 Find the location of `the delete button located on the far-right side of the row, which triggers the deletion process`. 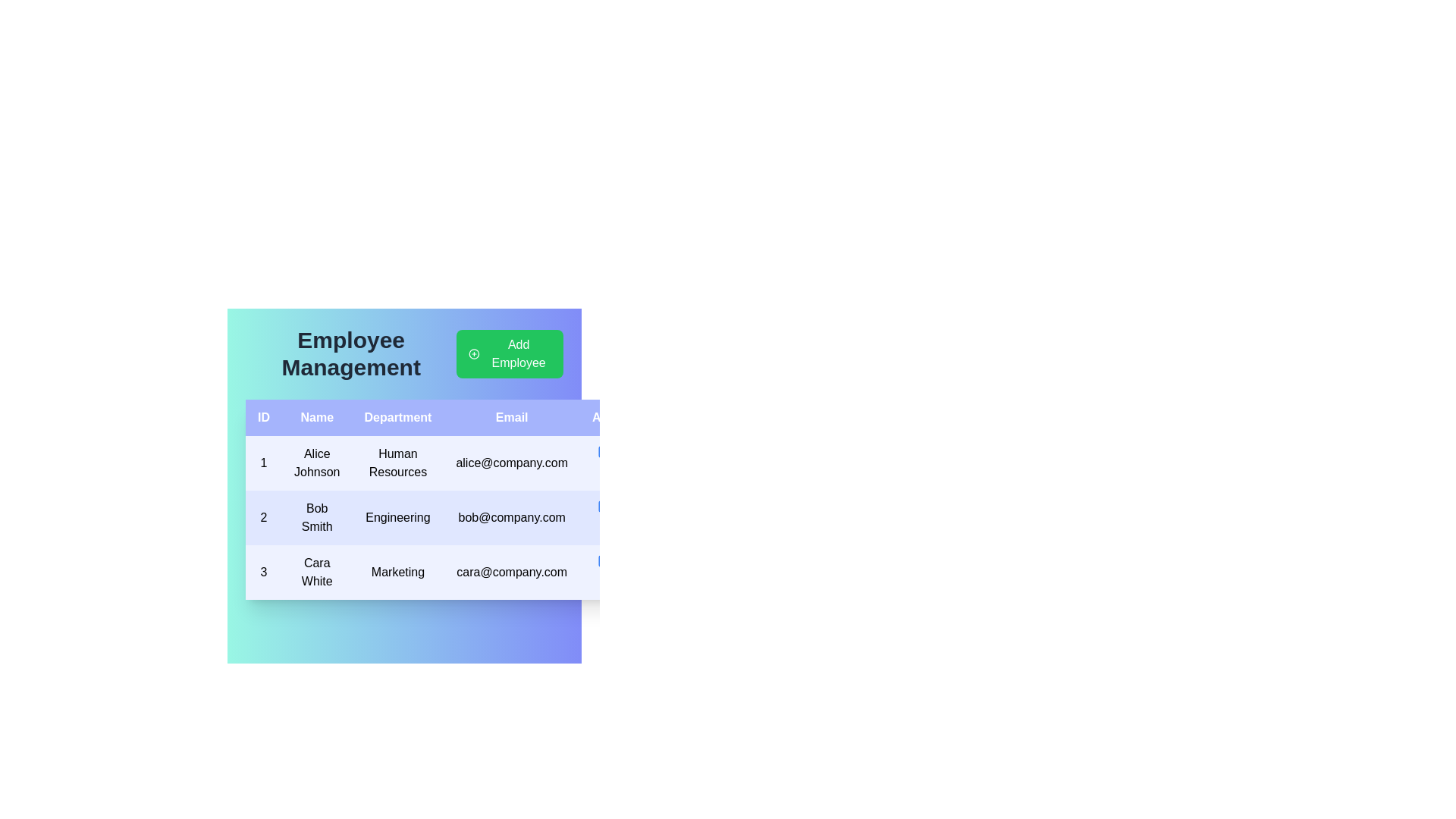

the delete button located on the far-right side of the row, which triggers the deletion process is located at coordinates (624, 561).